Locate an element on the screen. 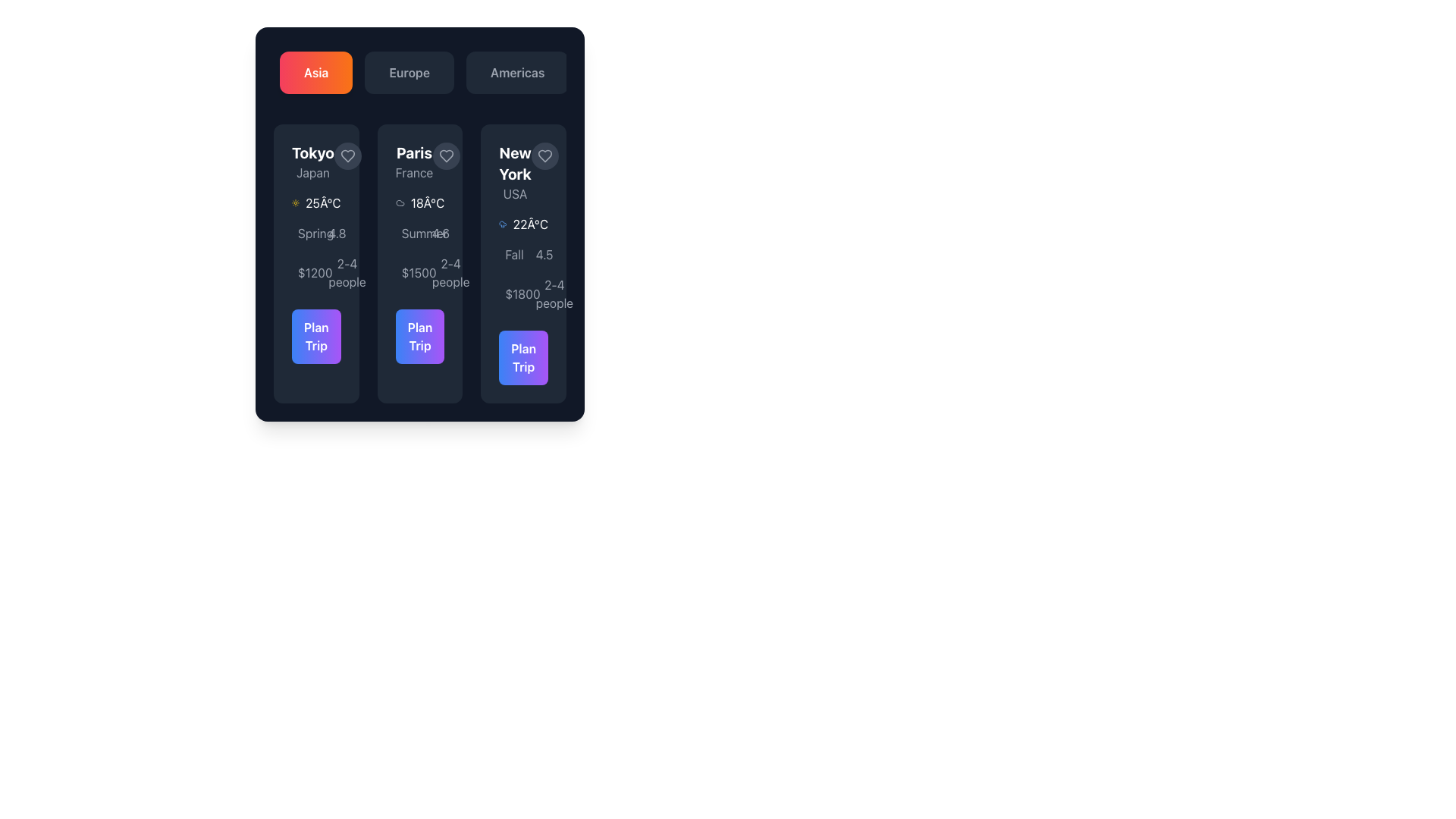 The width and height of the screenshot is (1456, 819). the static text label indicating the season associated with the New York listing, located under the 'Americas' tab near the temperature information is located at coordinates (508, 253).